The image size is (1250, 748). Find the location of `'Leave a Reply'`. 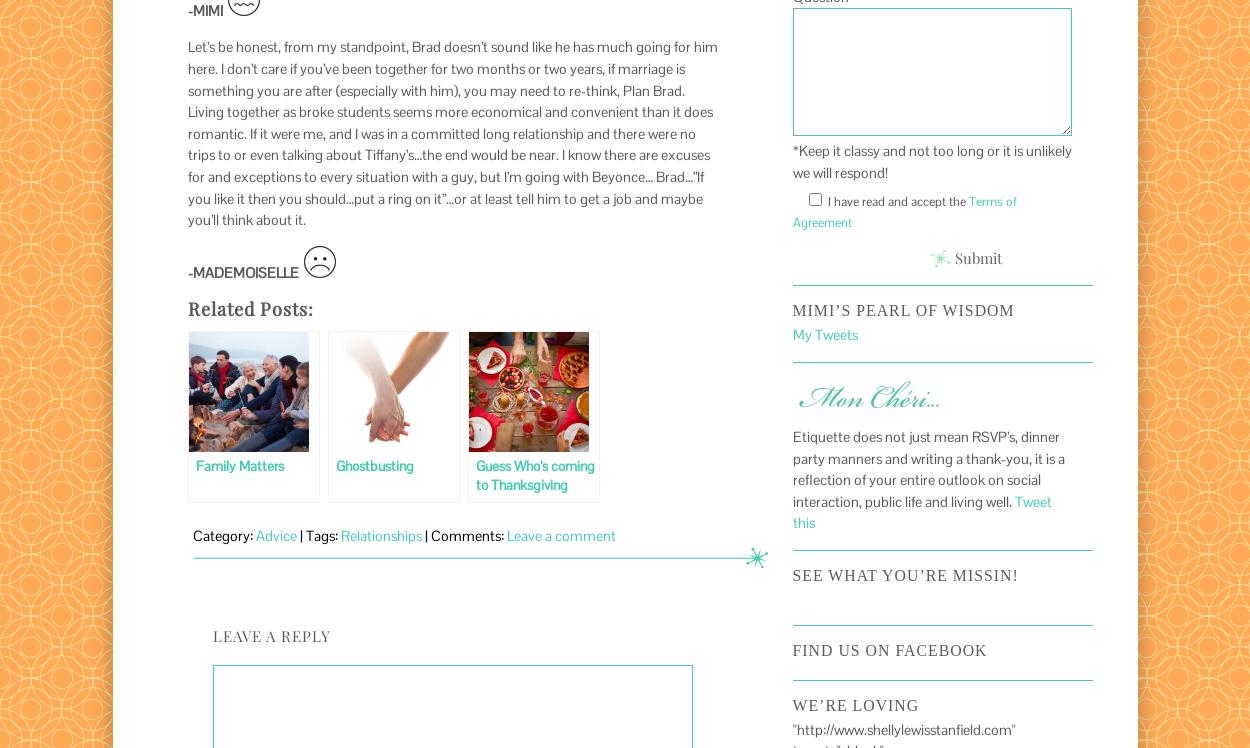

'Leave a Reply' is located at coordinates (271, 635).